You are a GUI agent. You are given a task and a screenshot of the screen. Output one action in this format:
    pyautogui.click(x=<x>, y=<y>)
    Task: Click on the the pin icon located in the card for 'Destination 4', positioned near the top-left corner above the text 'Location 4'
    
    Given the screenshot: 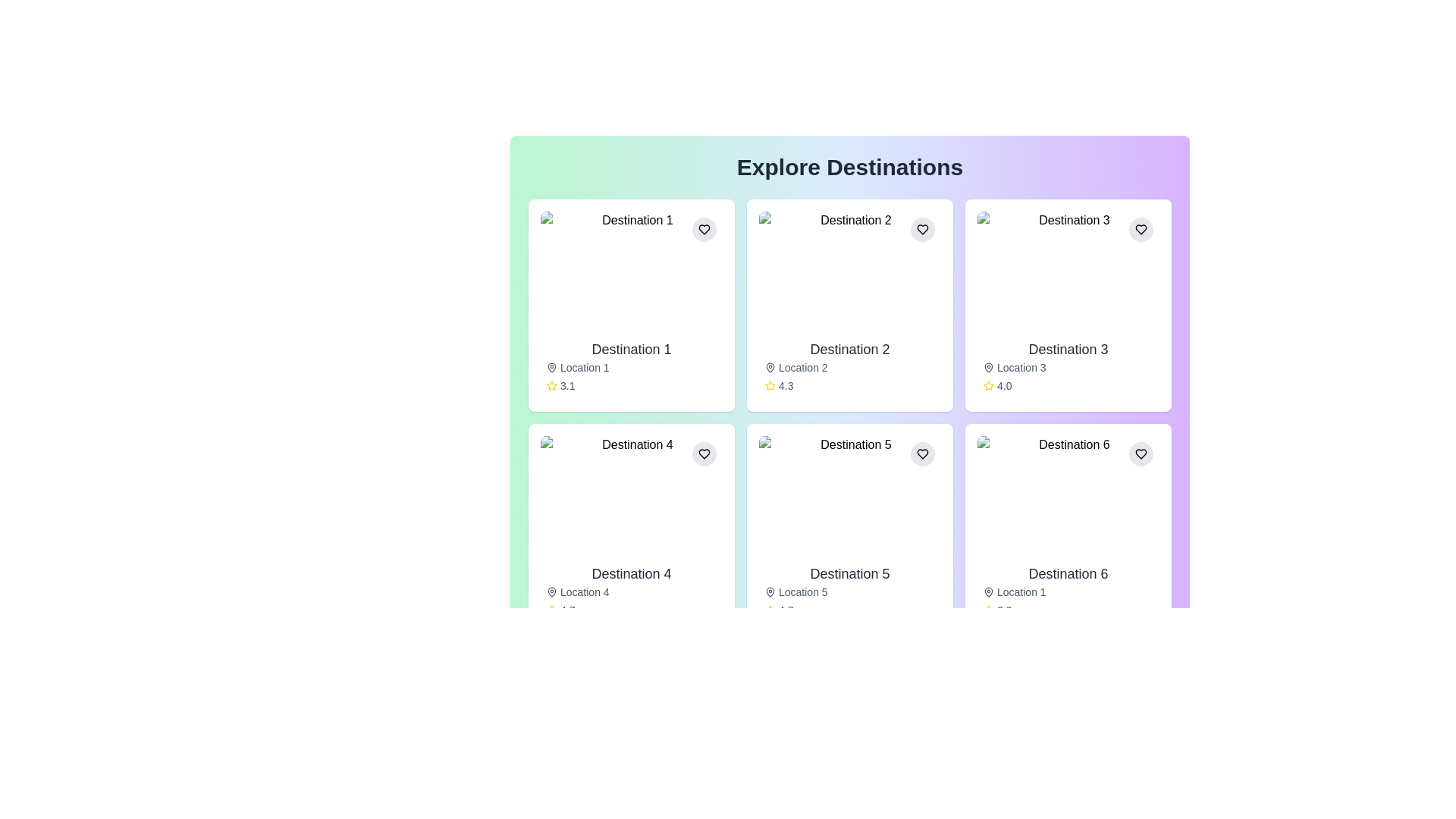 What is the action you would take?
    pyautogui.click(x=551, y=590)
    